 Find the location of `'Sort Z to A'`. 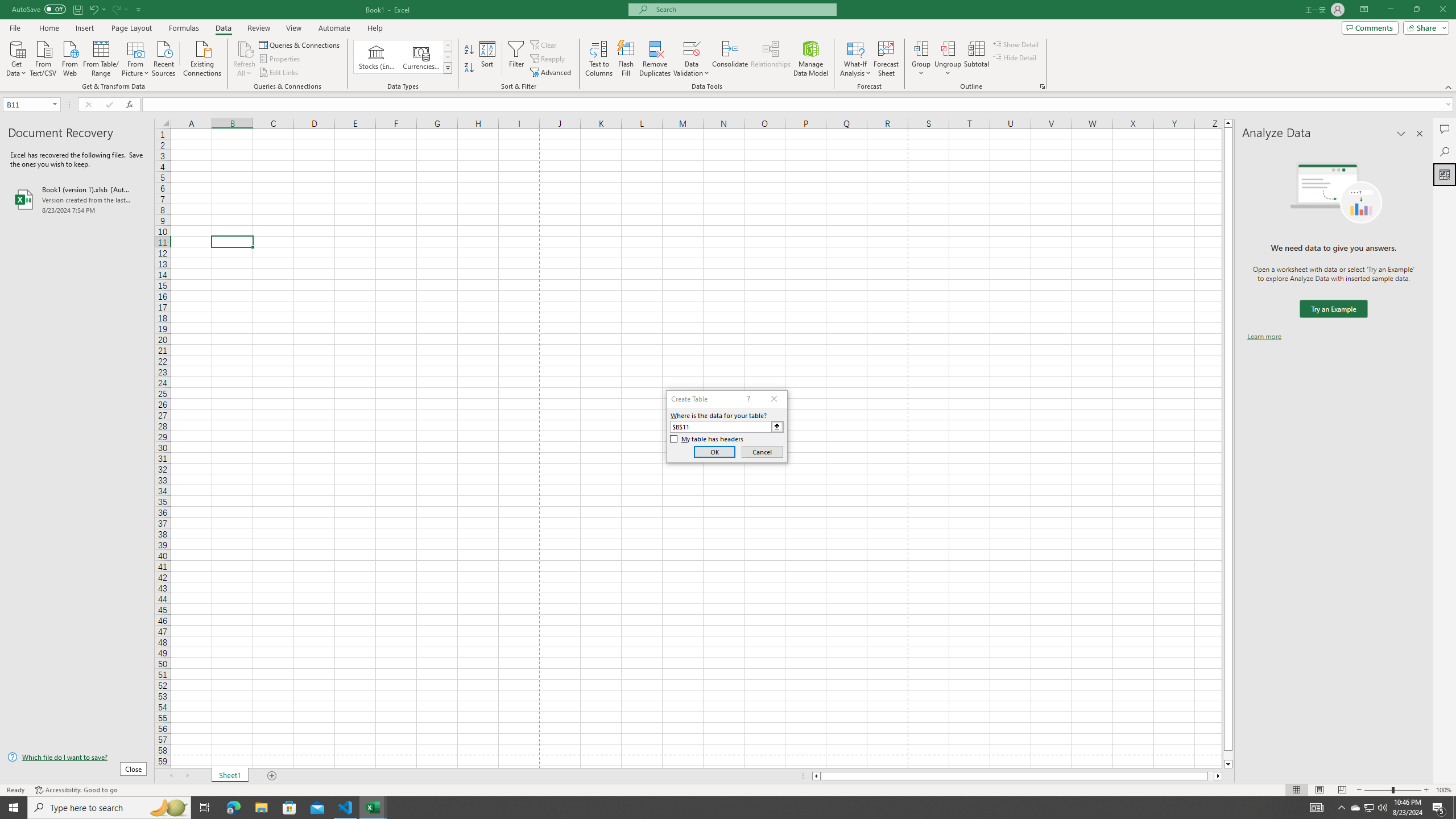

'Sort Z to A' is located at coordinates (469, 67).